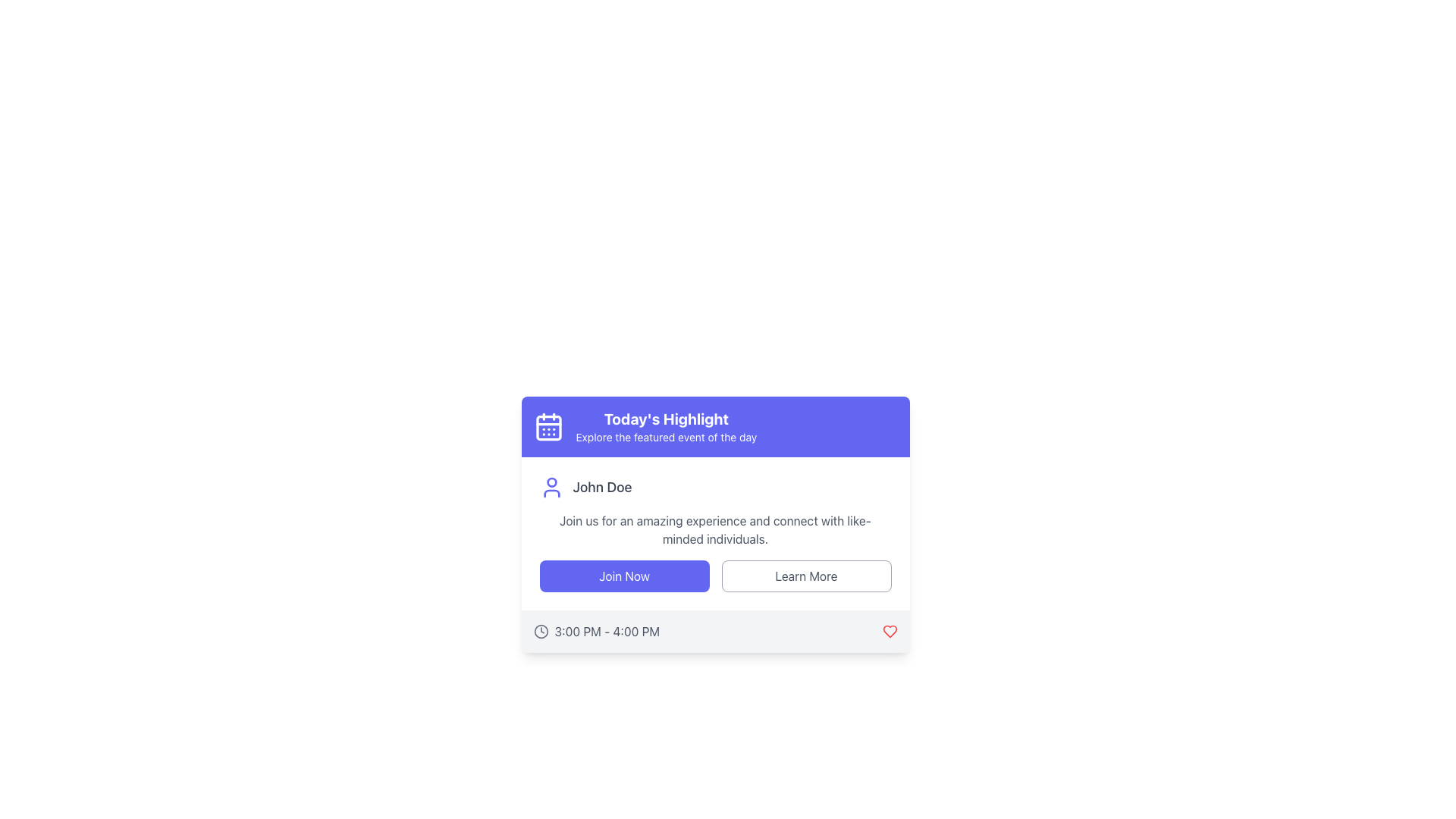  What do you see at coordinates (551, 488) in the screenshot?
I see `the icon resembling a simplified human figure, which is styled with an indigo stroke outline` at bounding box center [551, 488].